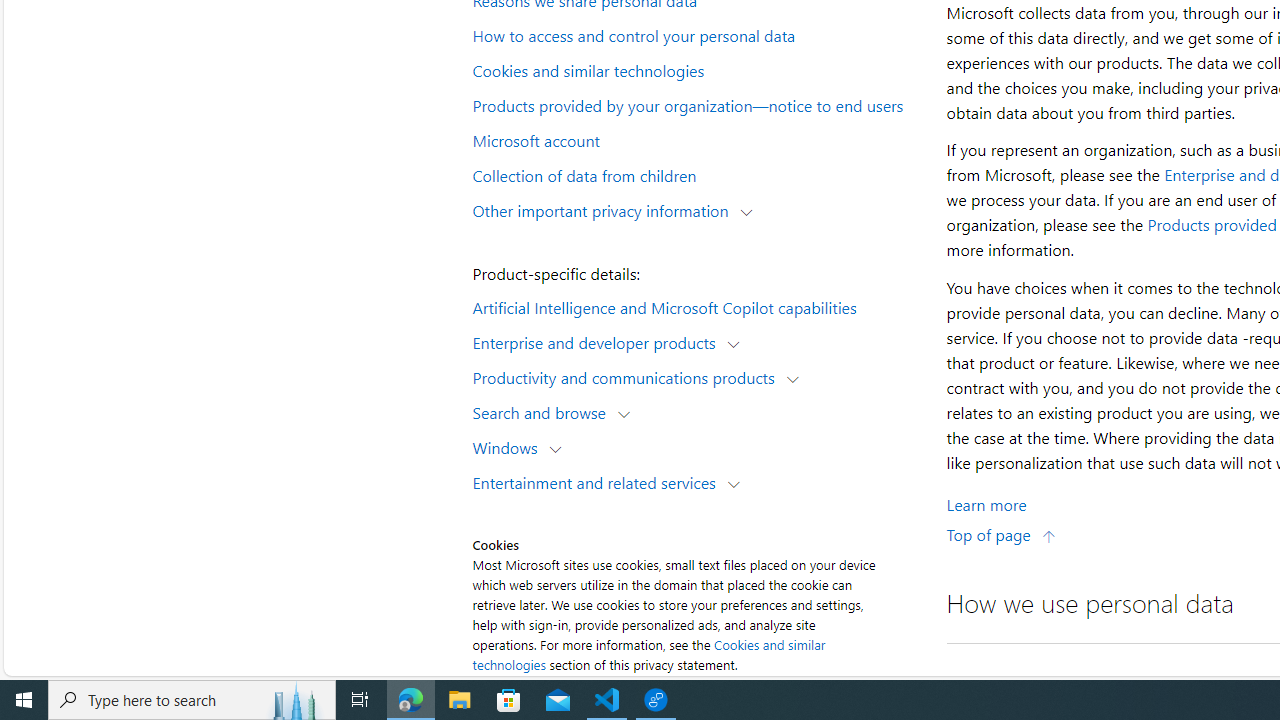 The width and height of the screenshot is (1280, 720). Describe the element at coordinates (510, 446) in the screenshot. I see `'Windows'` at that location.